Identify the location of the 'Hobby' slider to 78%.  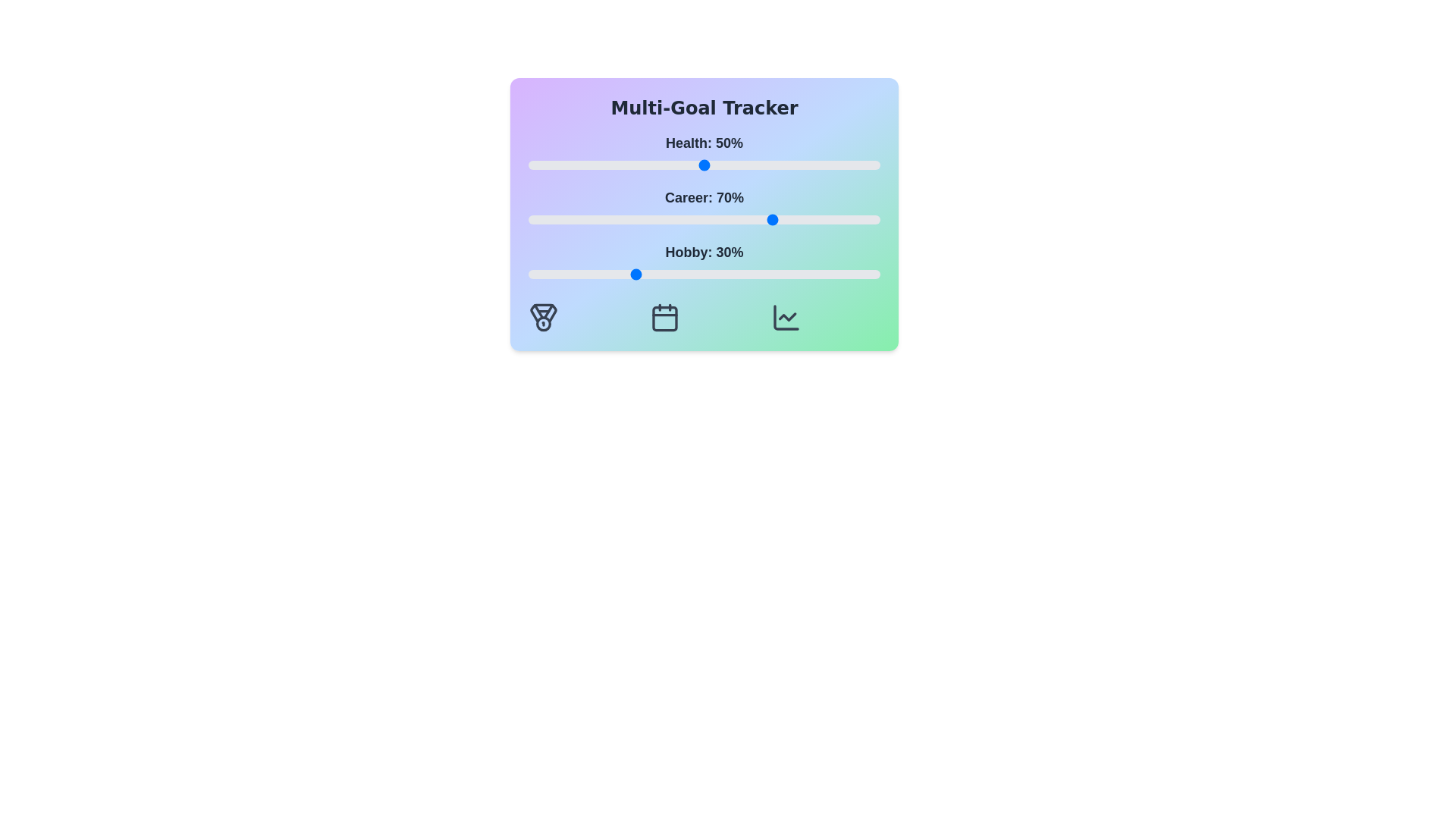
(802, 275).